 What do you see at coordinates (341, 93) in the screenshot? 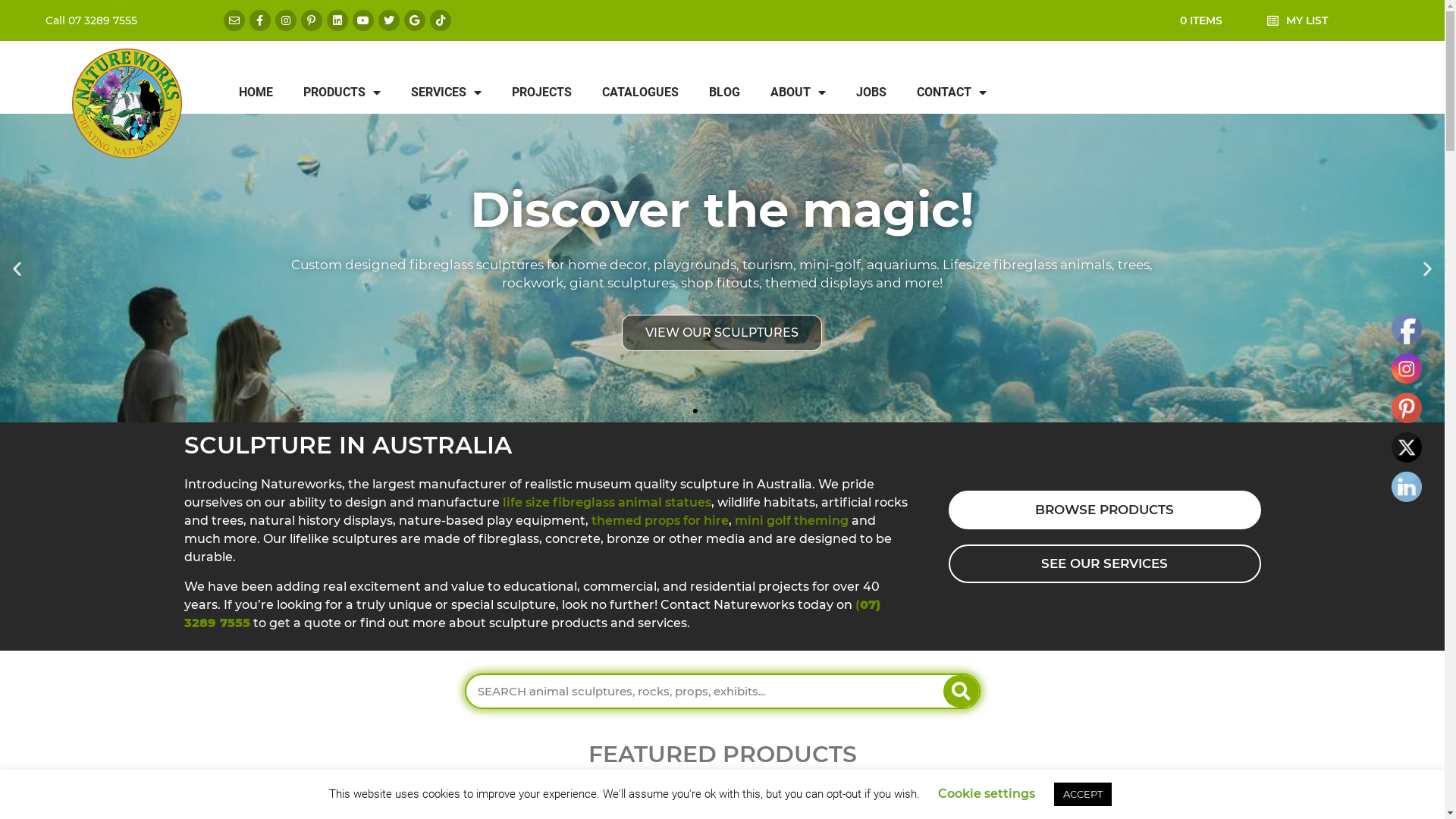
I see `'PRODUCTS'` at bounding box center [341, 93].